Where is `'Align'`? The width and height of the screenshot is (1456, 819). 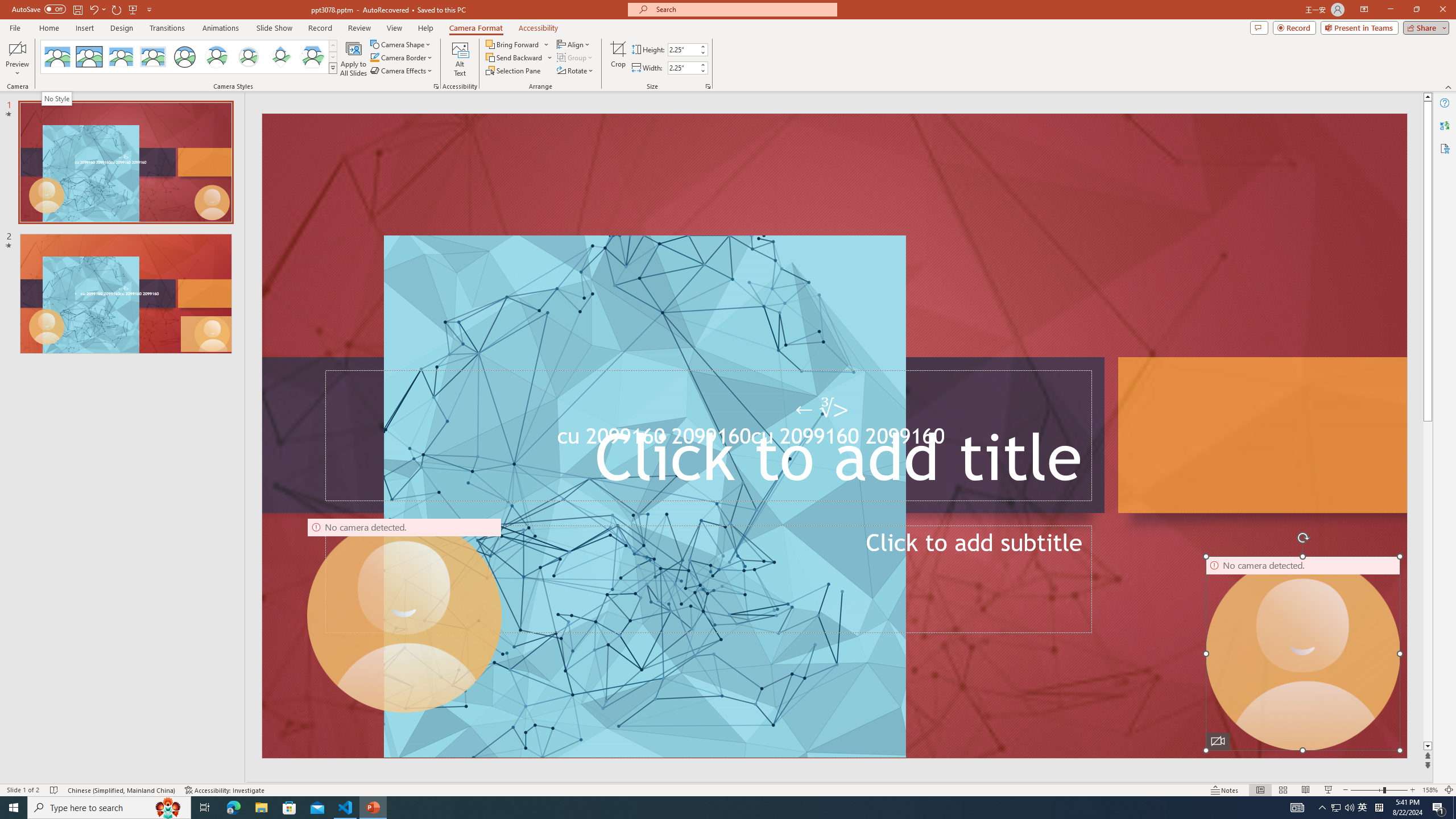
'Align' is located at coordinates (573, 44).